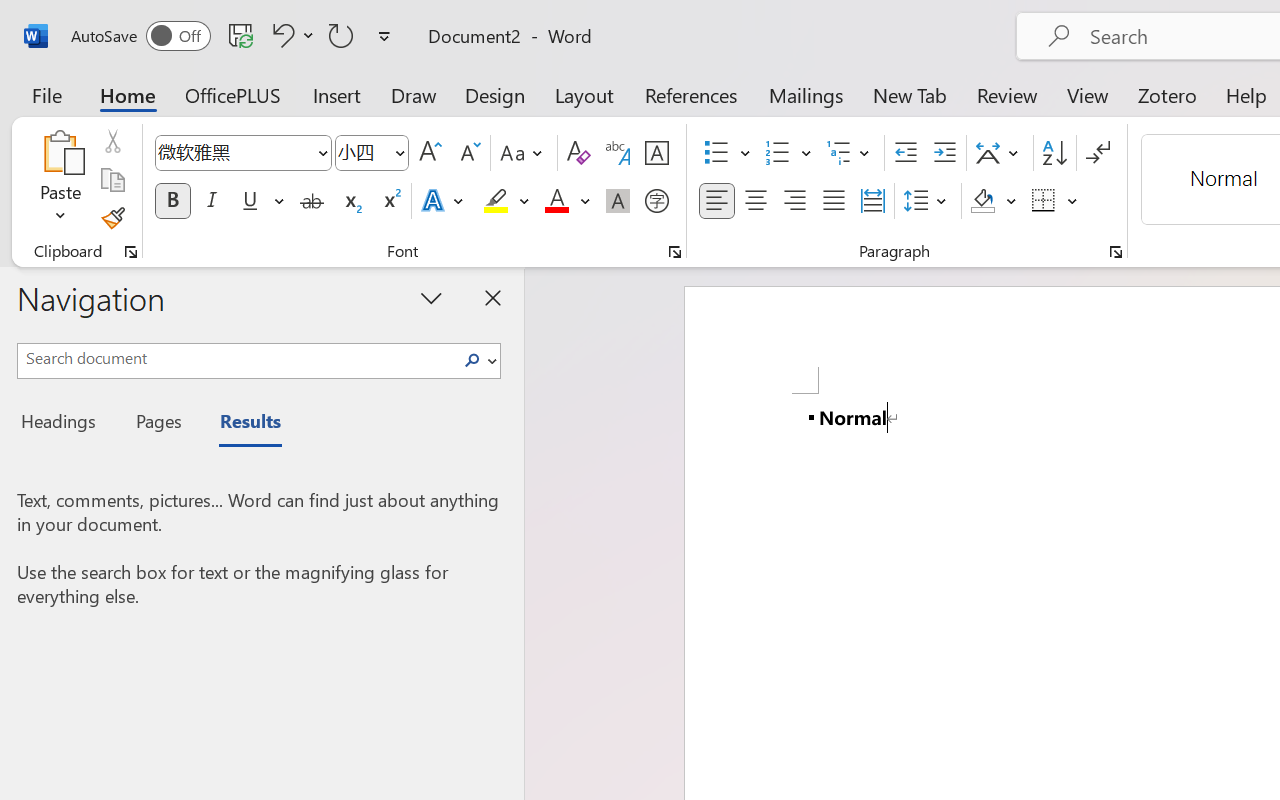 The height and width of the screenshot is (800, 1280). I want to click on 'View', so click(1087, 94).